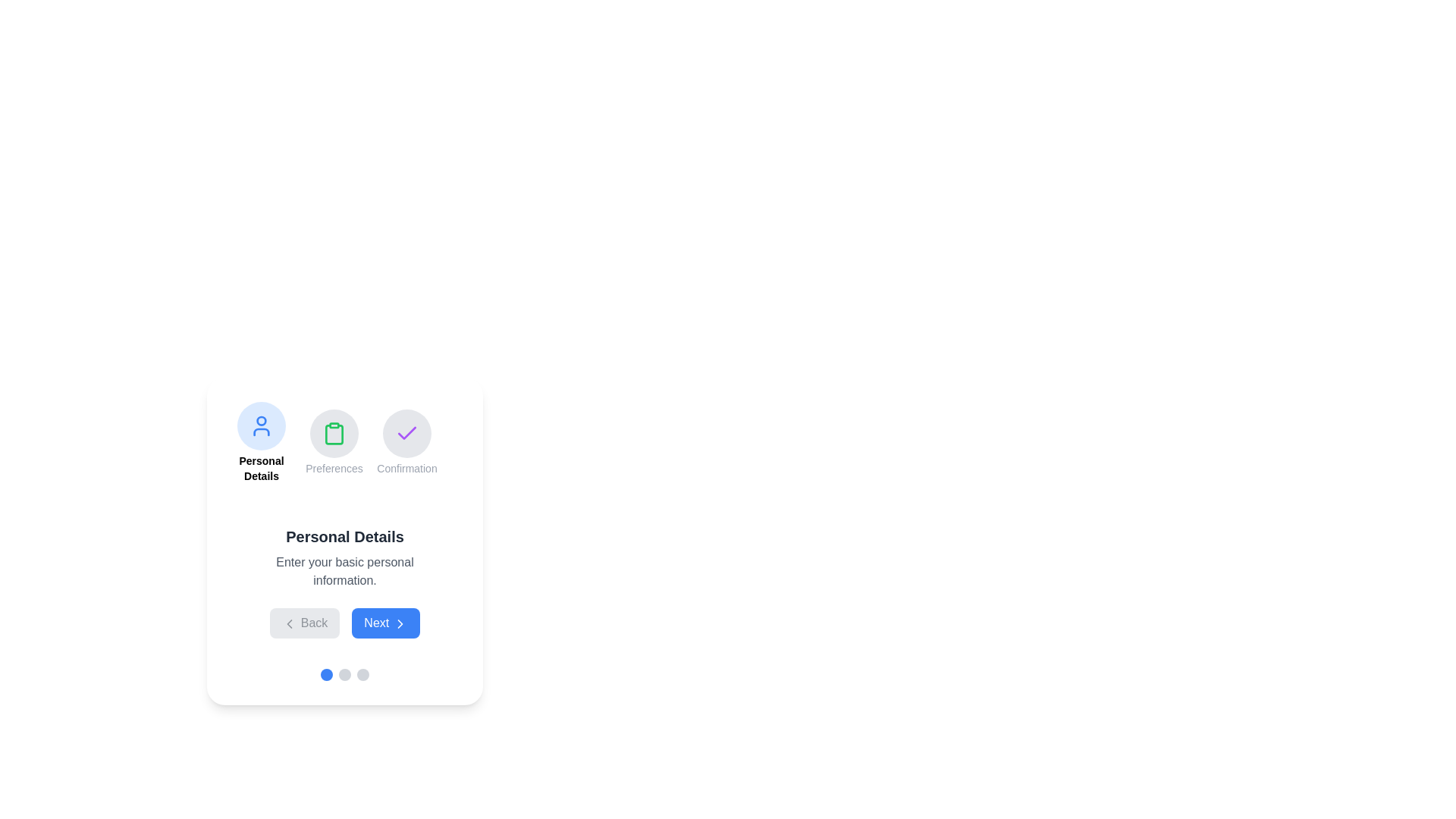 This screenshot has height=819, width=1456. Describe the element at coordinates (334, 433) in the screenshot. I see `the second step navigation icon, which is centered in a circular gray background` at that location.